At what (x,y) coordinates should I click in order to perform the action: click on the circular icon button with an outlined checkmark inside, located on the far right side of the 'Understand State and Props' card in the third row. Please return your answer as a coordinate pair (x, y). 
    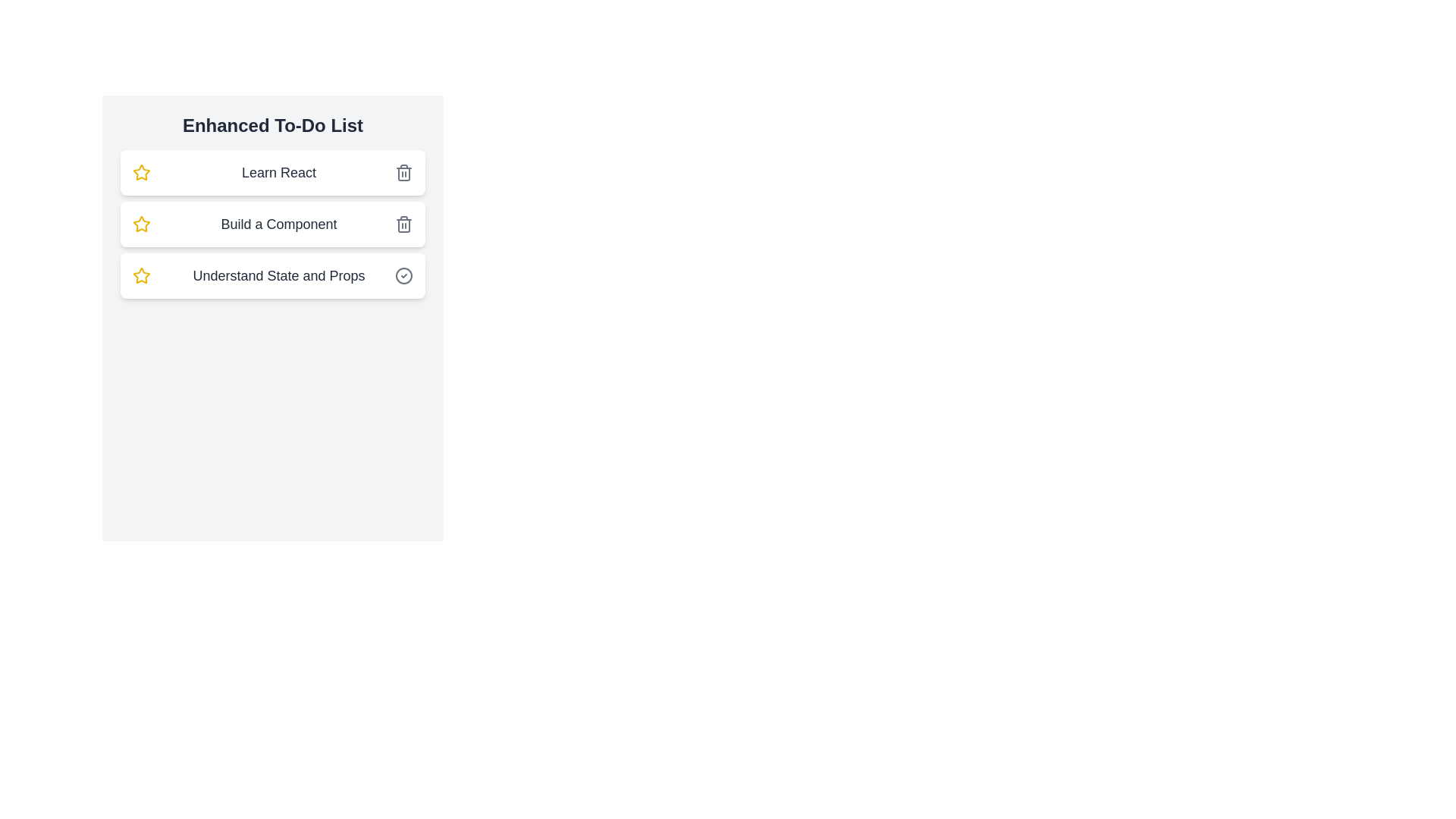
    Looking at the image, I should click on (403, 275).